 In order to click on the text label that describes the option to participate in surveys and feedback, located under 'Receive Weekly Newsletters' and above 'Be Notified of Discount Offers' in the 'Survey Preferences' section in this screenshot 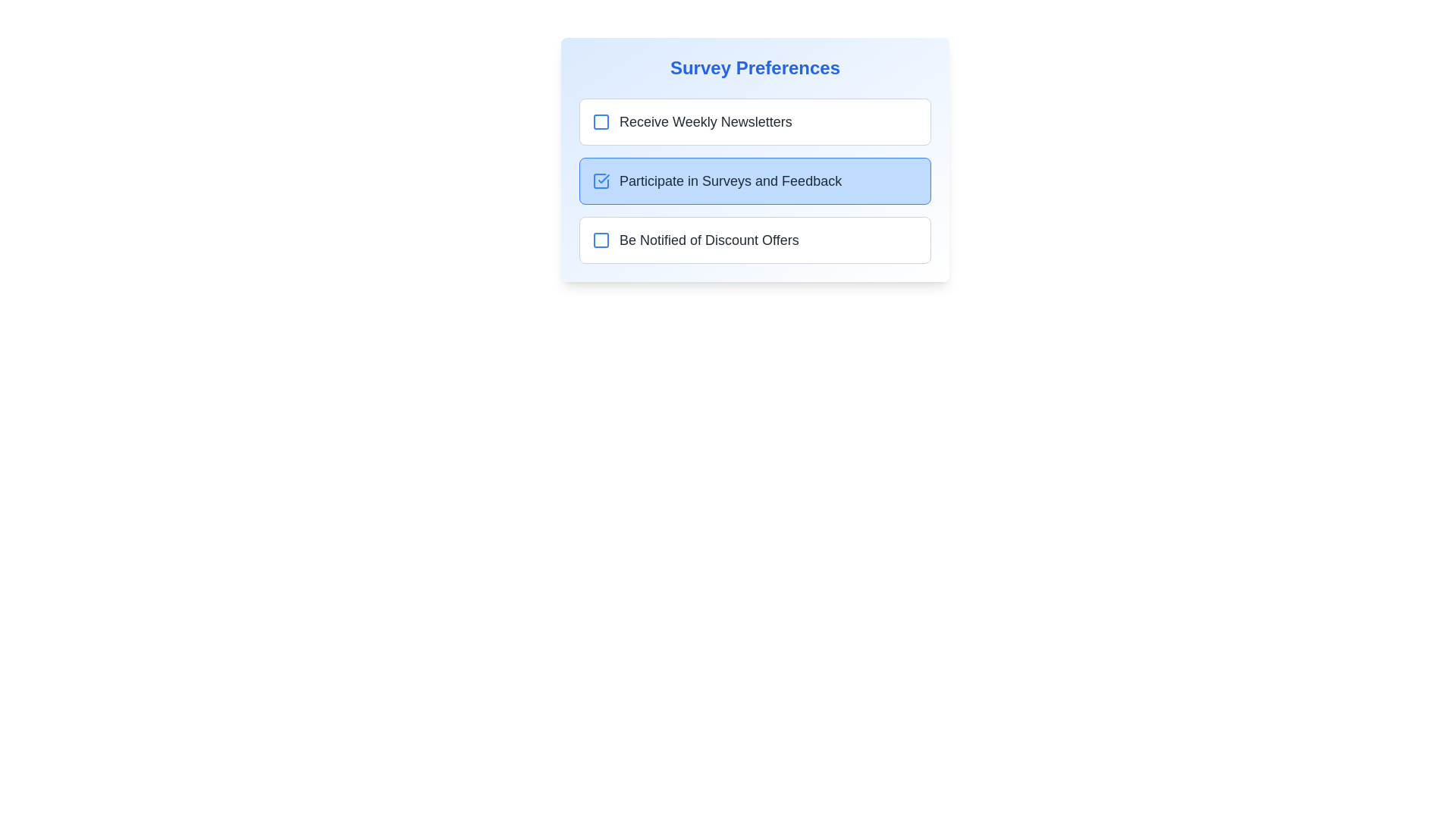, I will do `click(716, 180)`.